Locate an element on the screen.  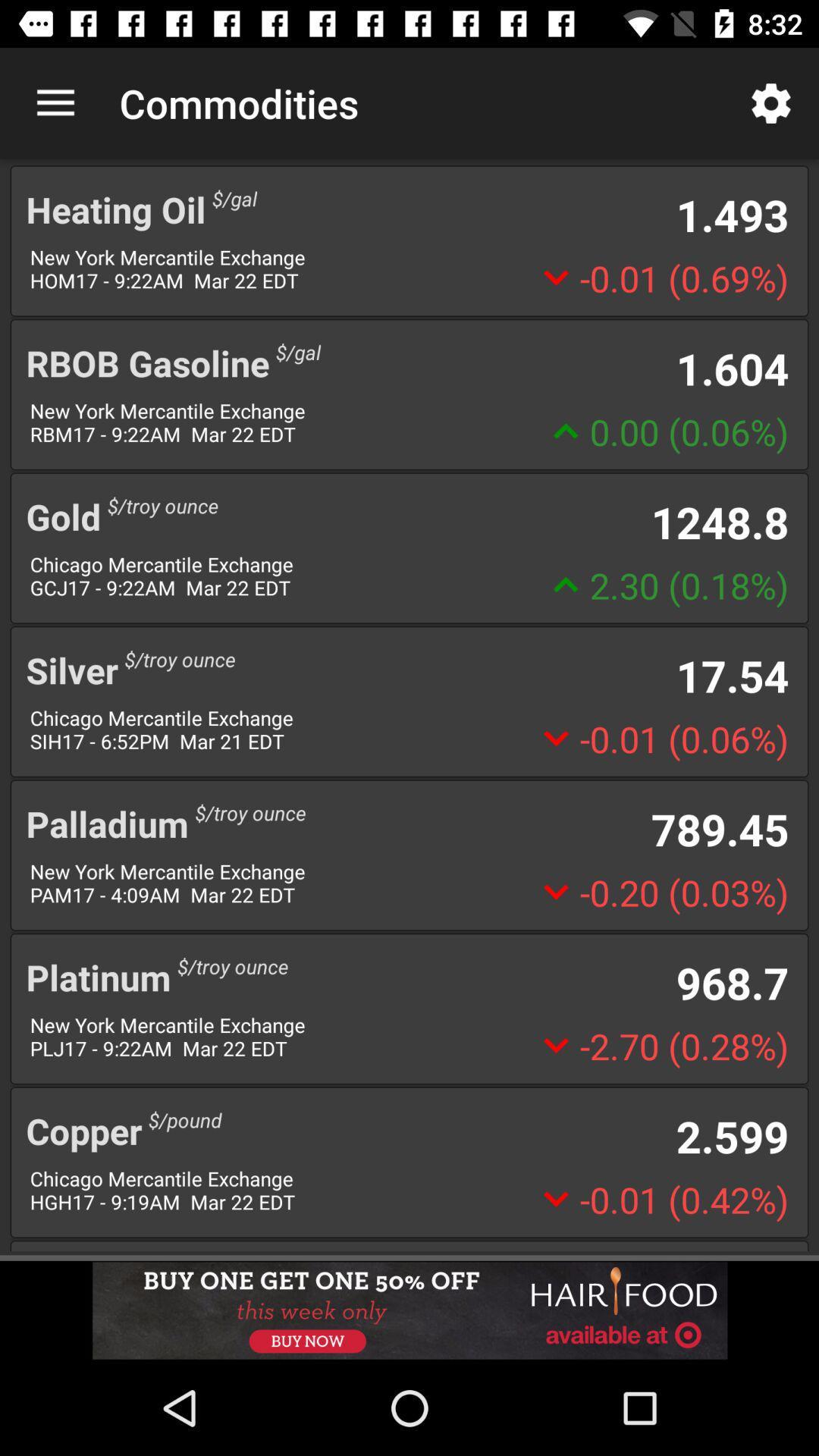
advertise banner is located at coordinates (409, 1310).